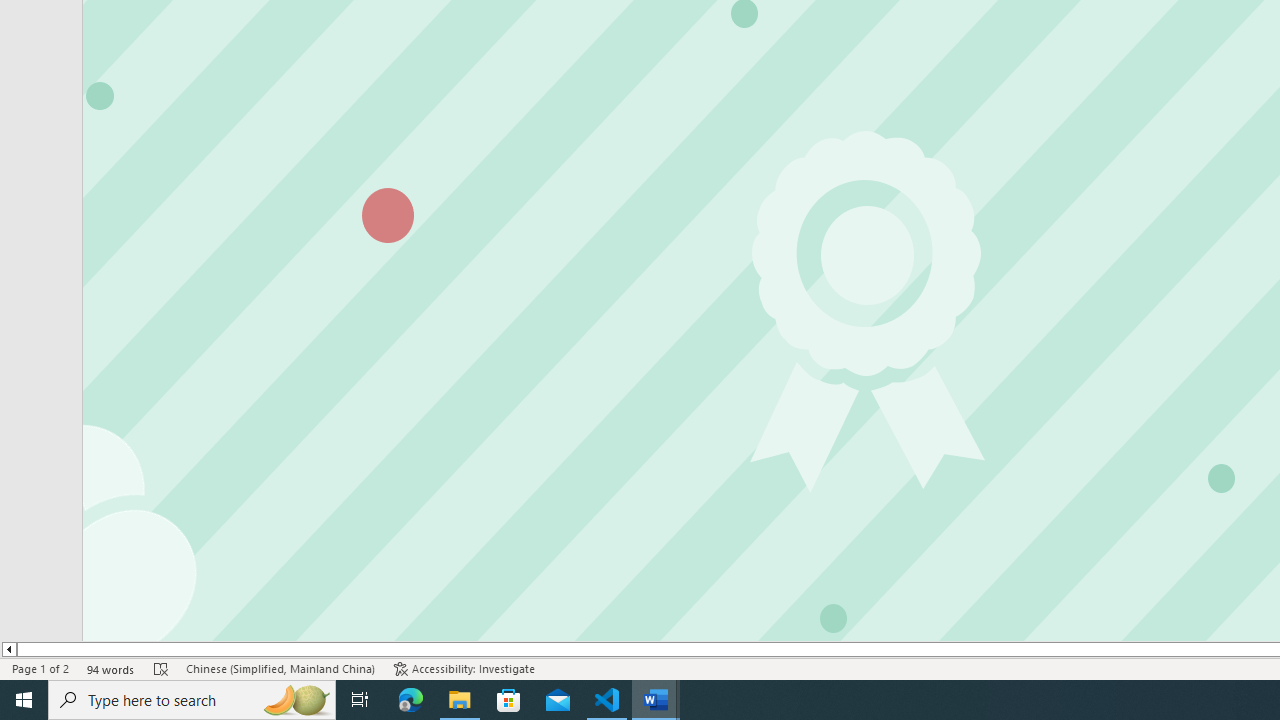 The width and height of the screenshot is (1280, 720). What do you see at coordinates (110, 669) in the screenshot?
I see `'Word Count 94 words'` at bounding box center [110, 669].